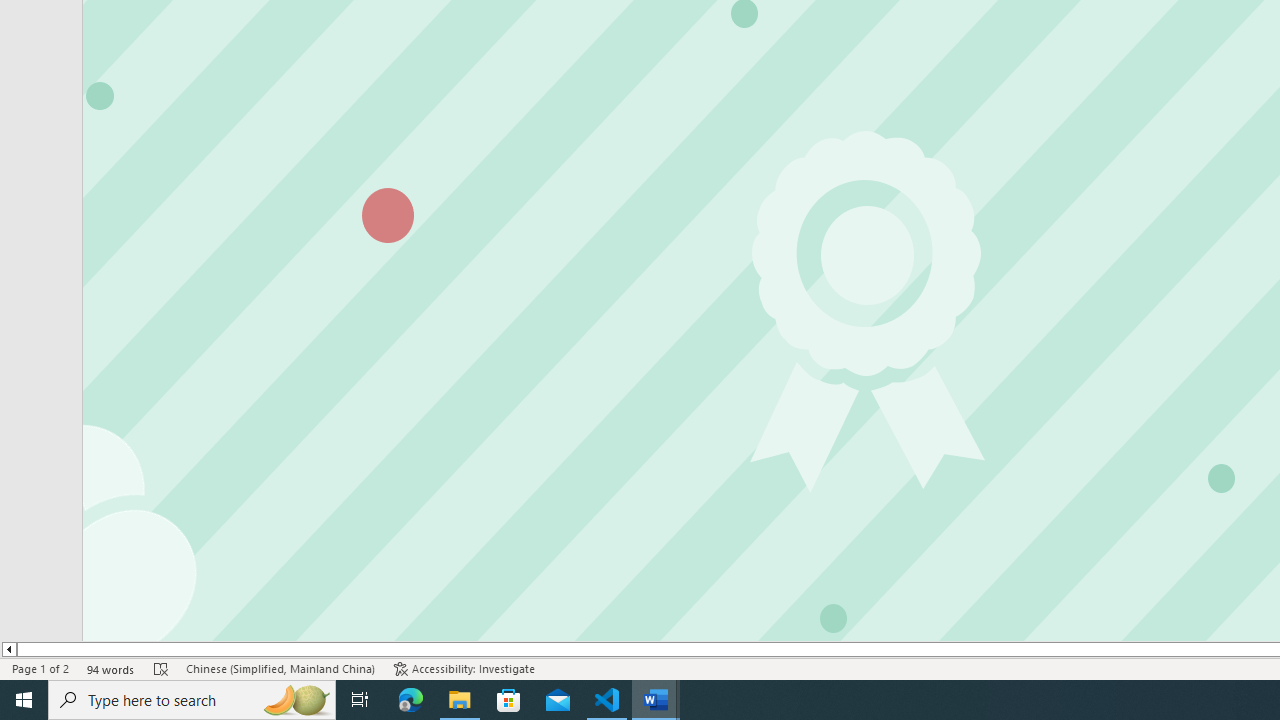 The width and height of the screenshot is (1280, 720). What do you see at coordinates (110, 669) in the screenshot?
I see `'Word Count 94 words'` at bounding box center [110, 669].